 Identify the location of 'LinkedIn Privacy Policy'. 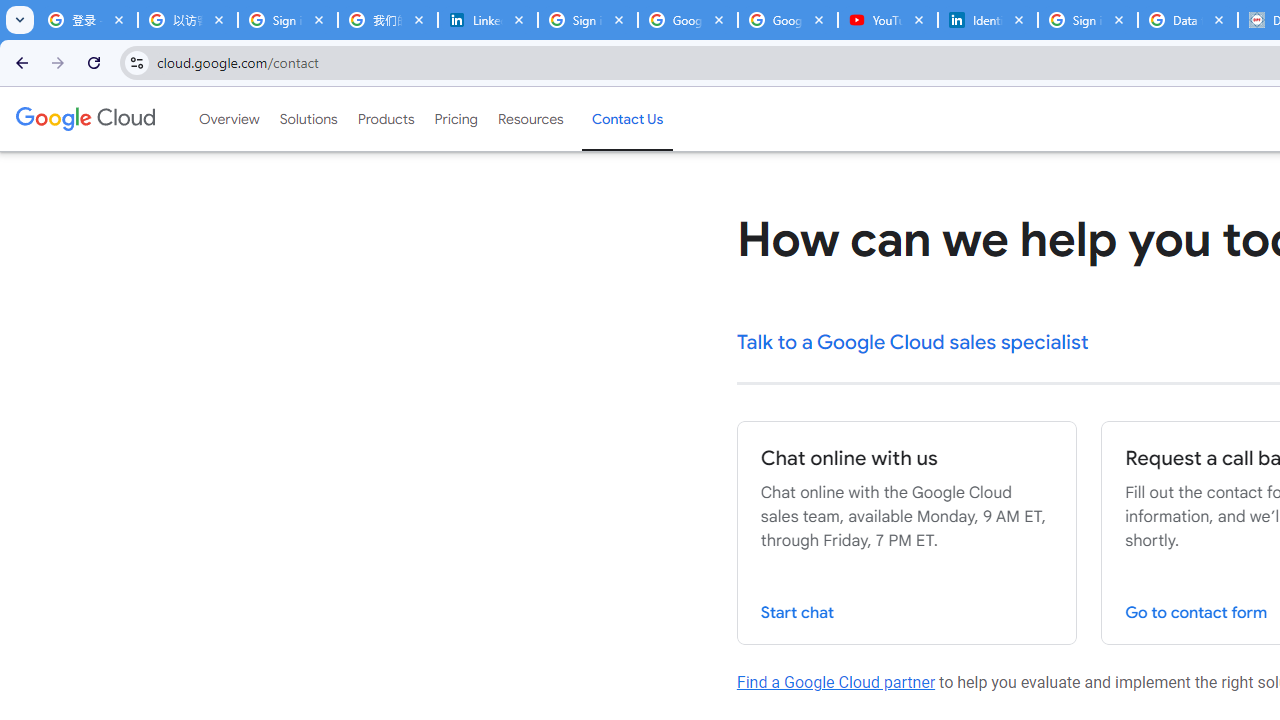
(487, 20).